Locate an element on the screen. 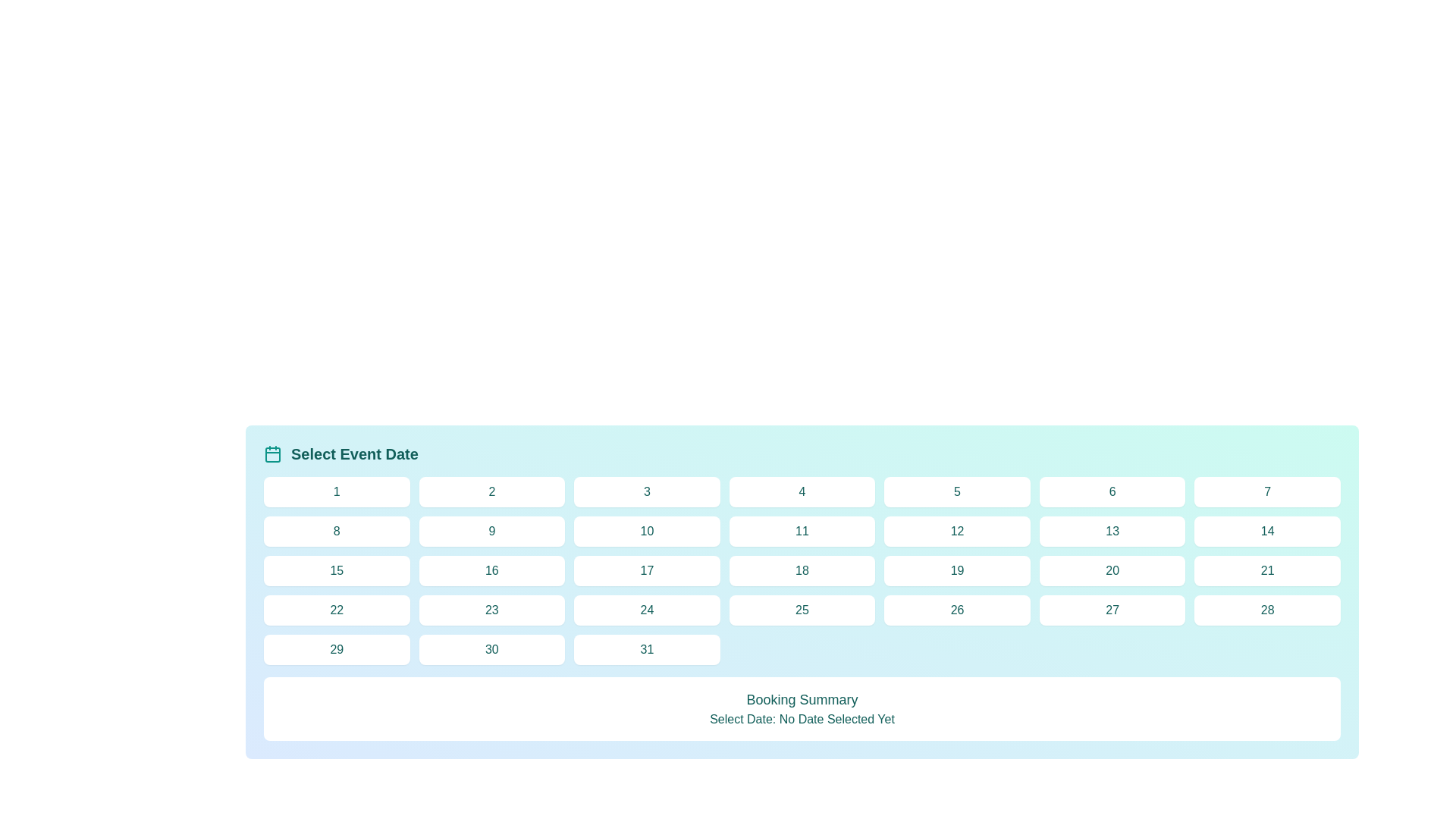 This screenshot has height=819, width=1456. the button labeled '18' with a teal text color, located in the third row and fourth column of the date selection grid for keyboard navigation is located at coordinates (801, 570).